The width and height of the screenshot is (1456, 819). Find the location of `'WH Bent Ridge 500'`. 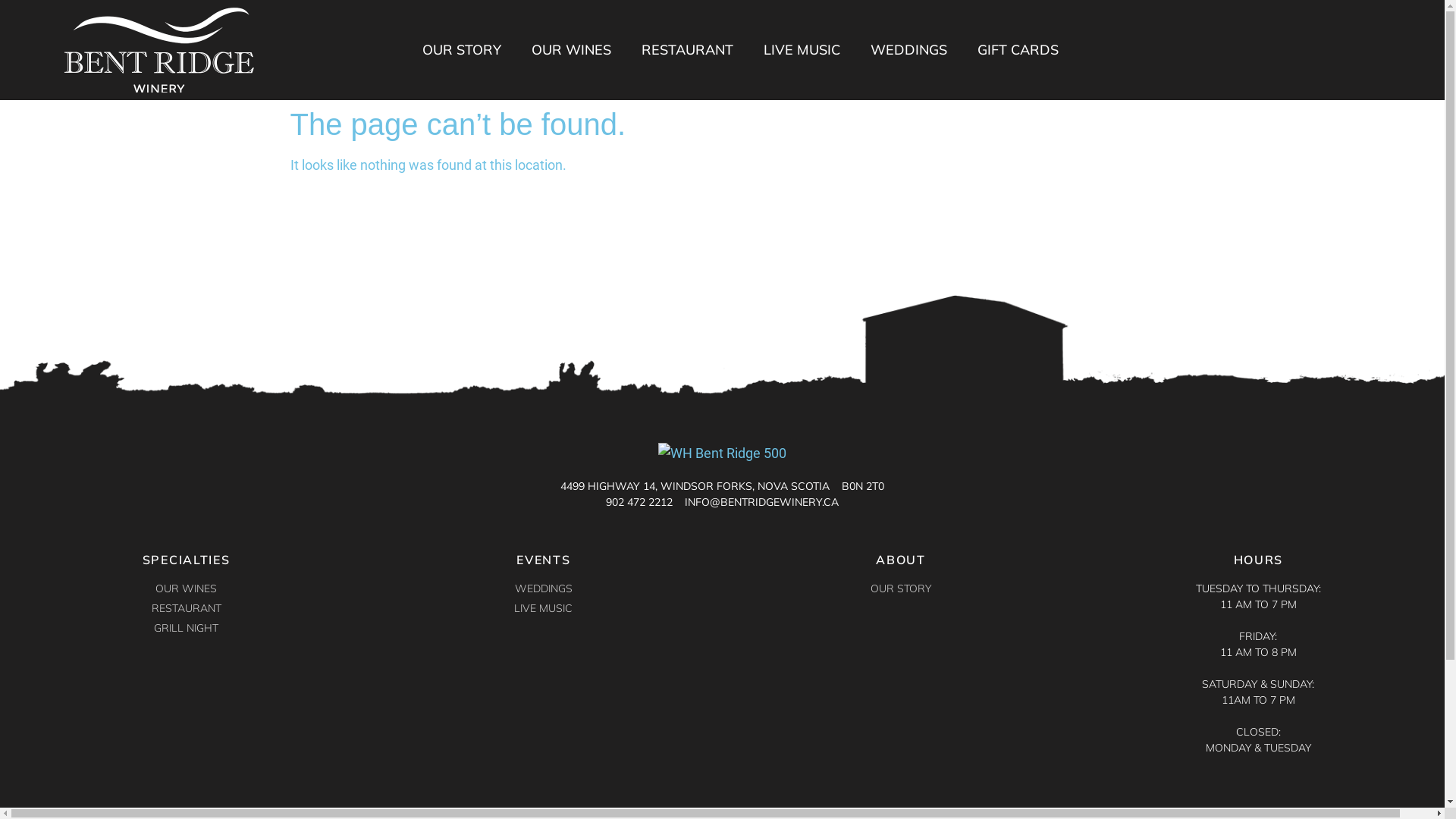

'WH Bent Ridge 500' is located at coordinates (721, 452).